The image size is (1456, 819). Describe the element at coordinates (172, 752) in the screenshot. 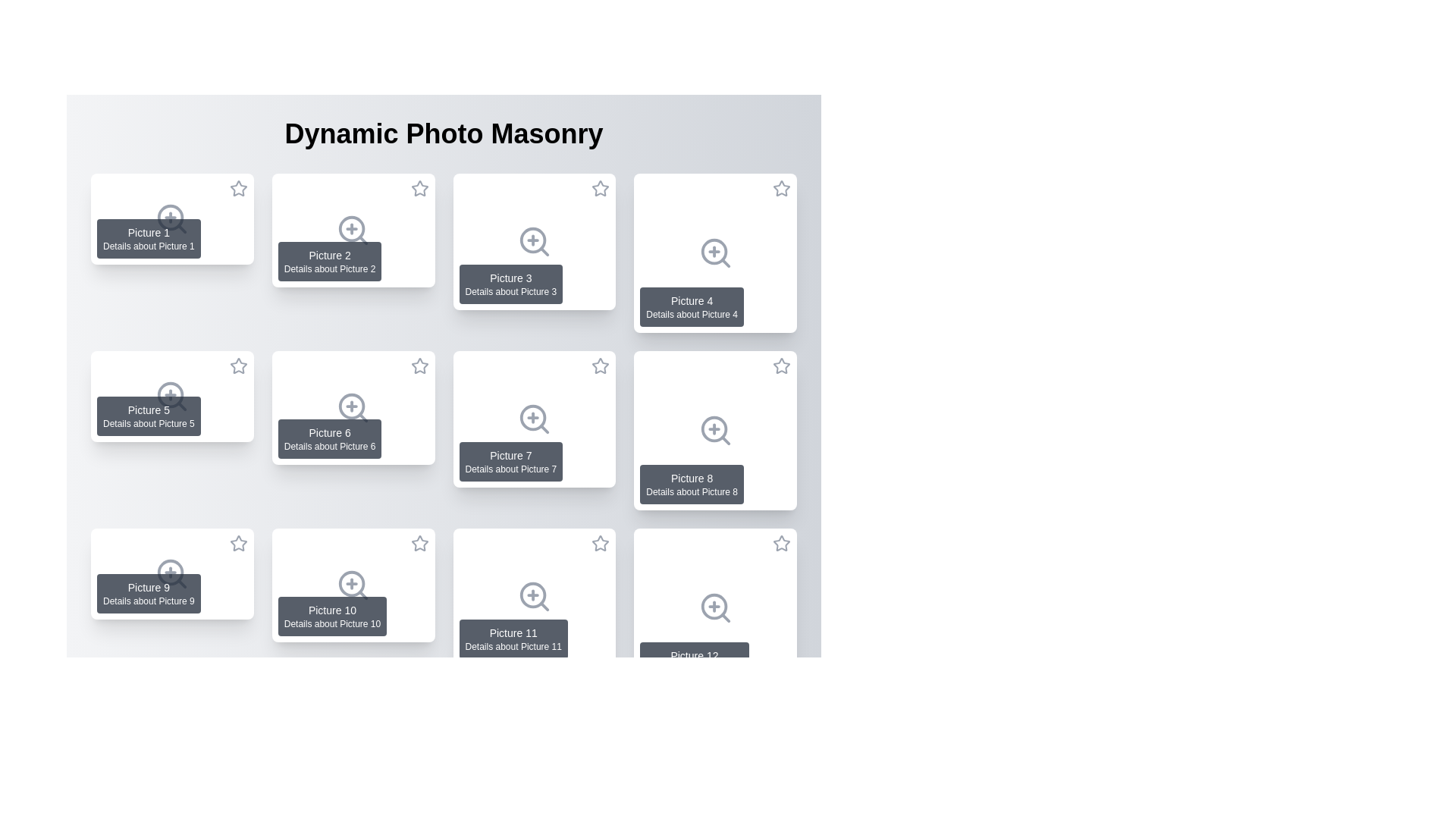

I see `the zoom-in button located slightly to the right of the center of the interface` at that location.